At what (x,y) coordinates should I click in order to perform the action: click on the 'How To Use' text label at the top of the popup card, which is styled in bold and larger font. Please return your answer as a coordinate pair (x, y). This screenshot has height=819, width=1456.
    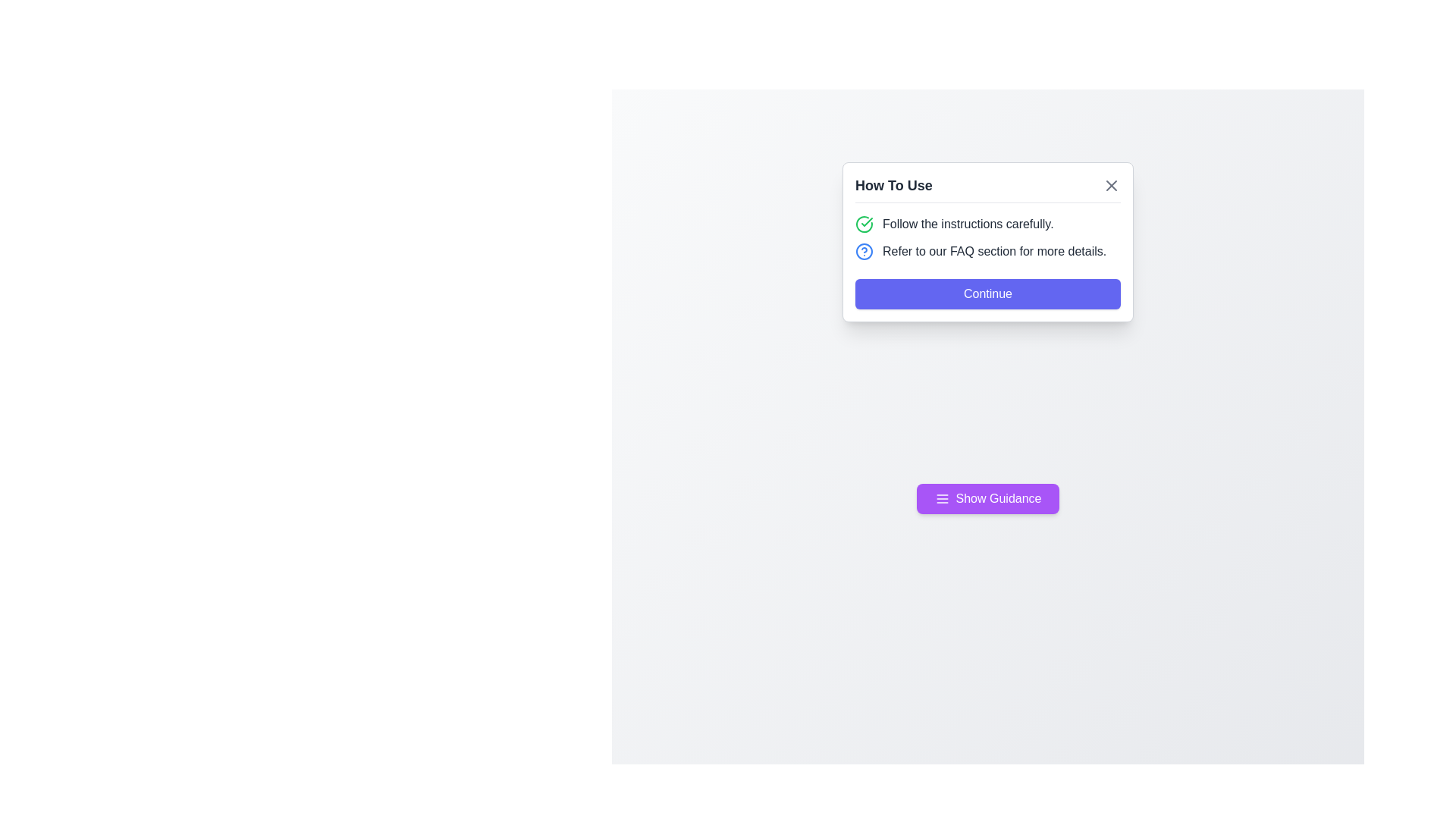
    Looking at the image, I should click on (893, 185).